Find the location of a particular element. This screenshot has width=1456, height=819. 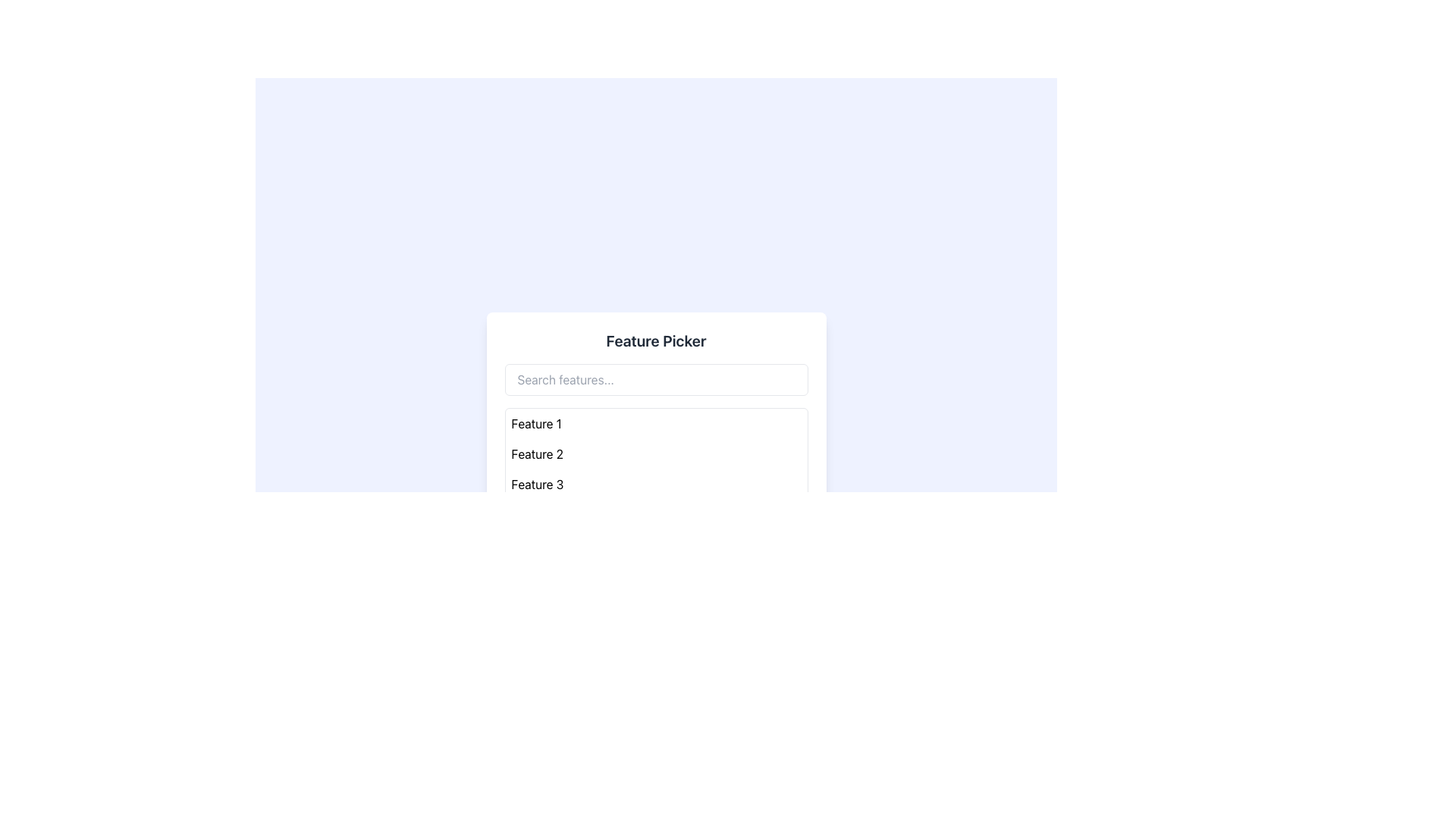

the third text label in the 'Feature Picker' panel is located at coordinates (538, 485).